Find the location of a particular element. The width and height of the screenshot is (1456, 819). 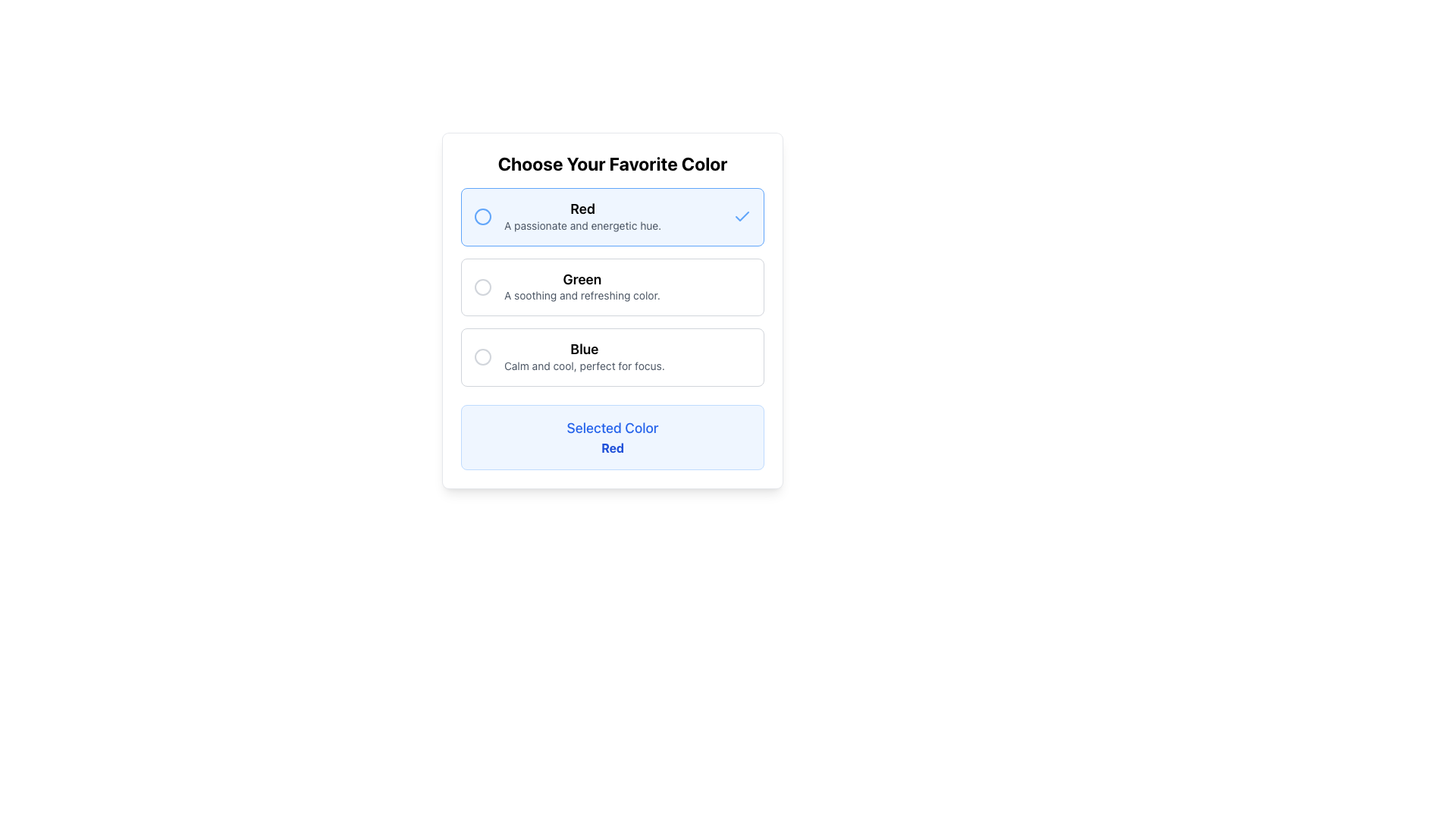

the blue check icon located at the end of the 'Red' row, which is aligned to the right-hand side of the row adjacent to its label is located at coordinates (742, 216).